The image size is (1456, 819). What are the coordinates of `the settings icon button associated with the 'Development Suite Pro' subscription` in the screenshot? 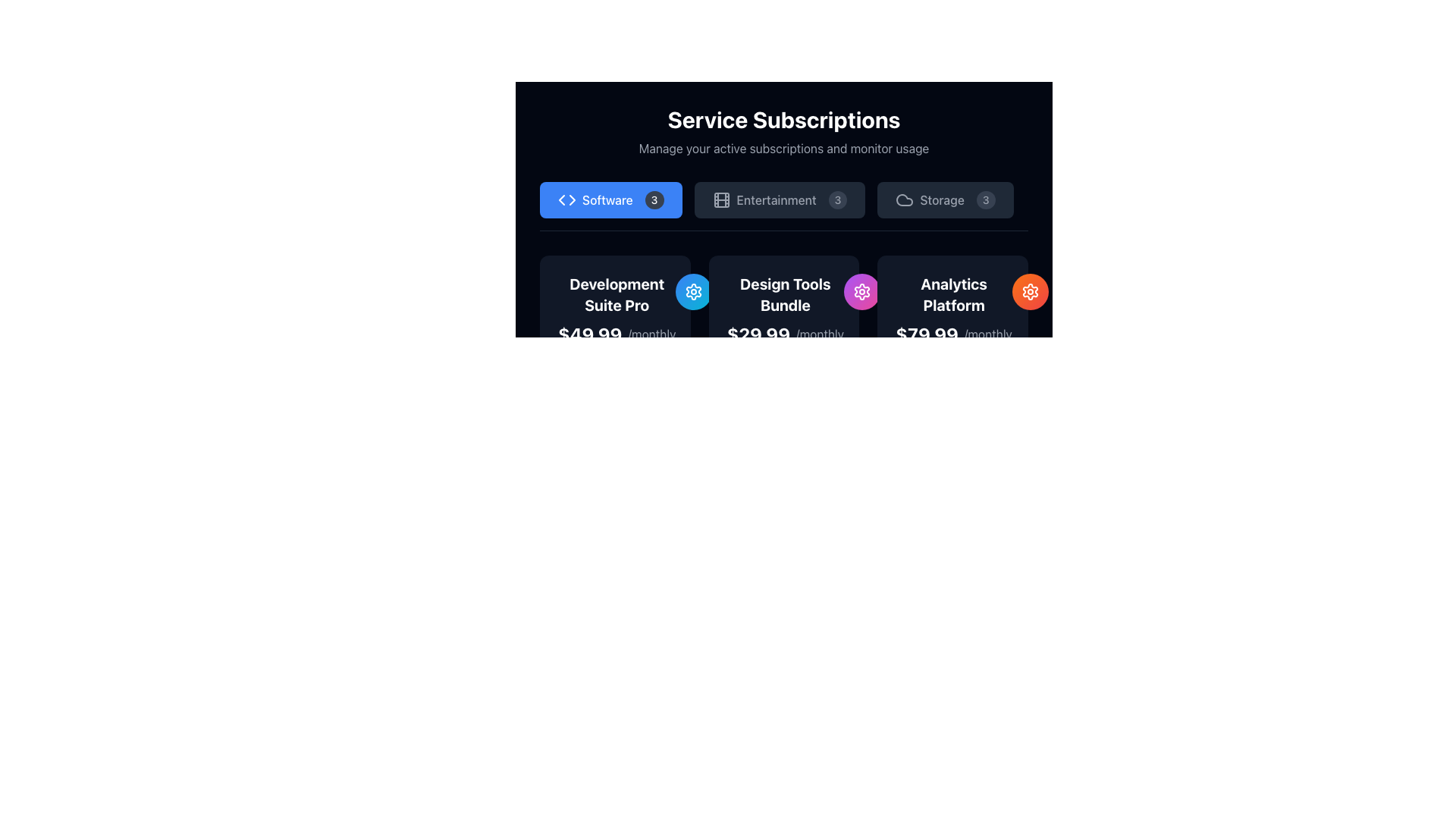 It's located at (693, 292).